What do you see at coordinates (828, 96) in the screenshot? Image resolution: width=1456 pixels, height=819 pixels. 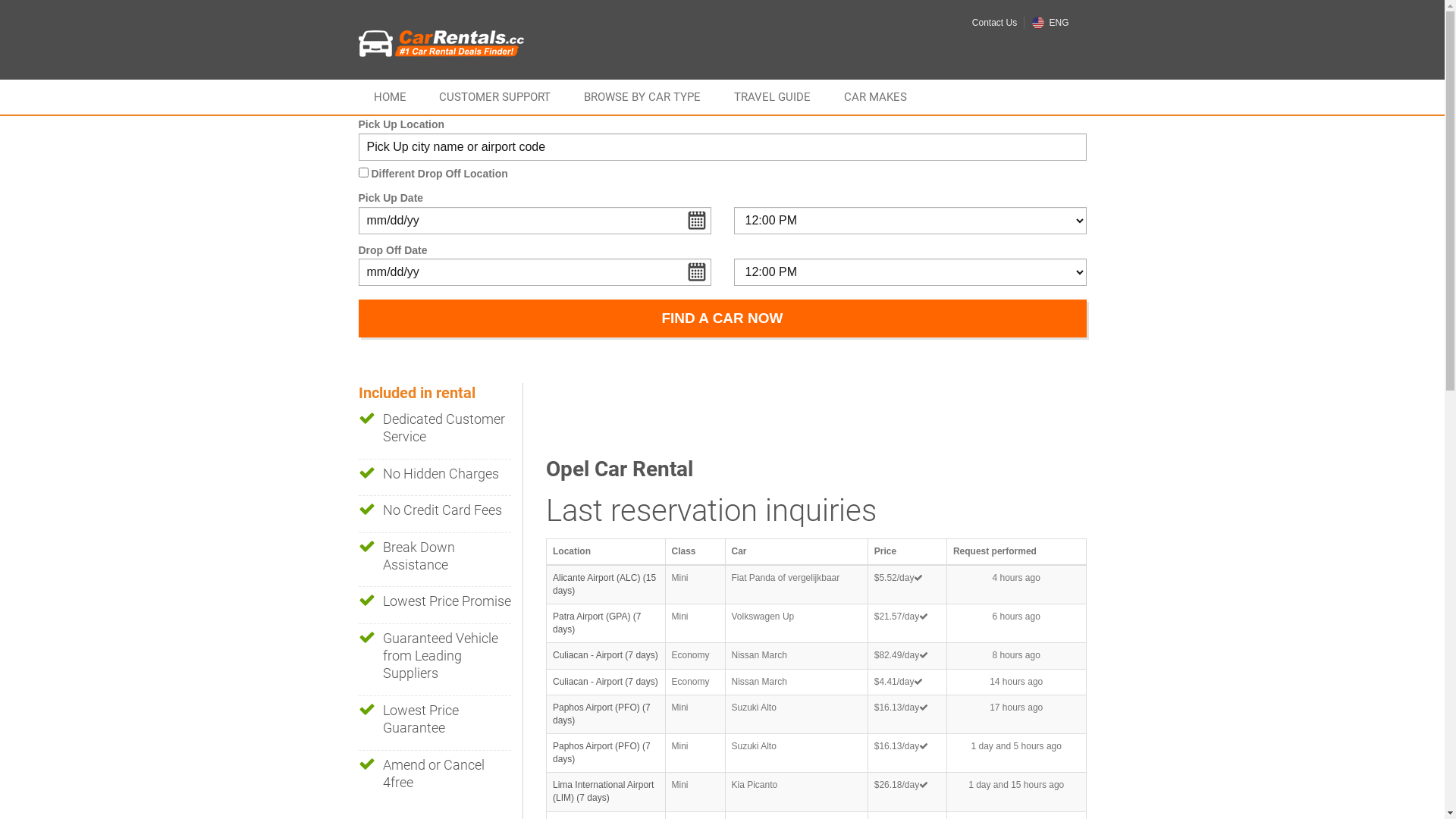 I see `'CAR MAKES'` at bounding box center [828, 96].